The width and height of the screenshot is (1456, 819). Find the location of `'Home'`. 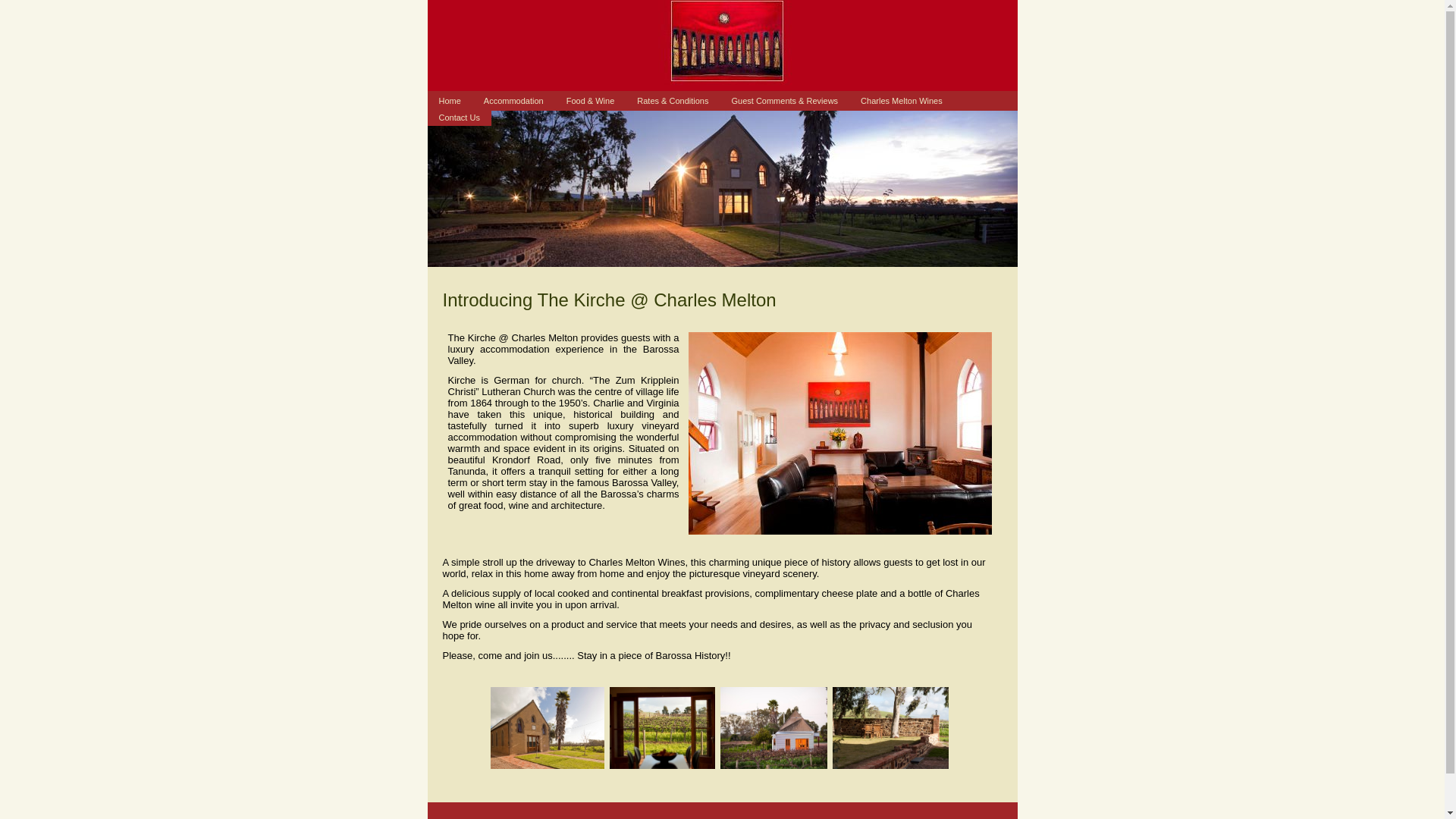

'Home' is located at coordinates (449, 100).